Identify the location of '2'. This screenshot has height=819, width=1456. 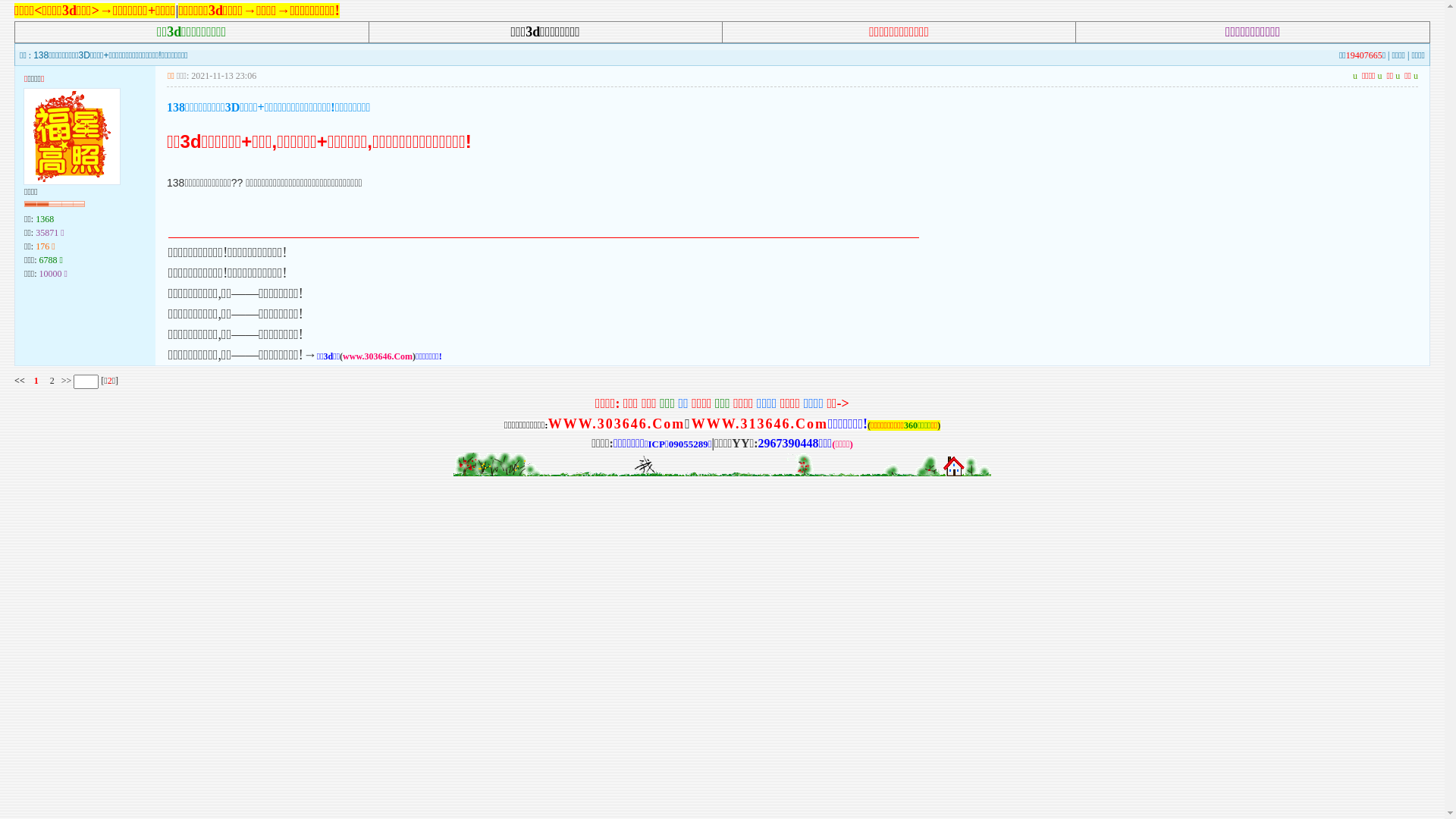
(52, 379).